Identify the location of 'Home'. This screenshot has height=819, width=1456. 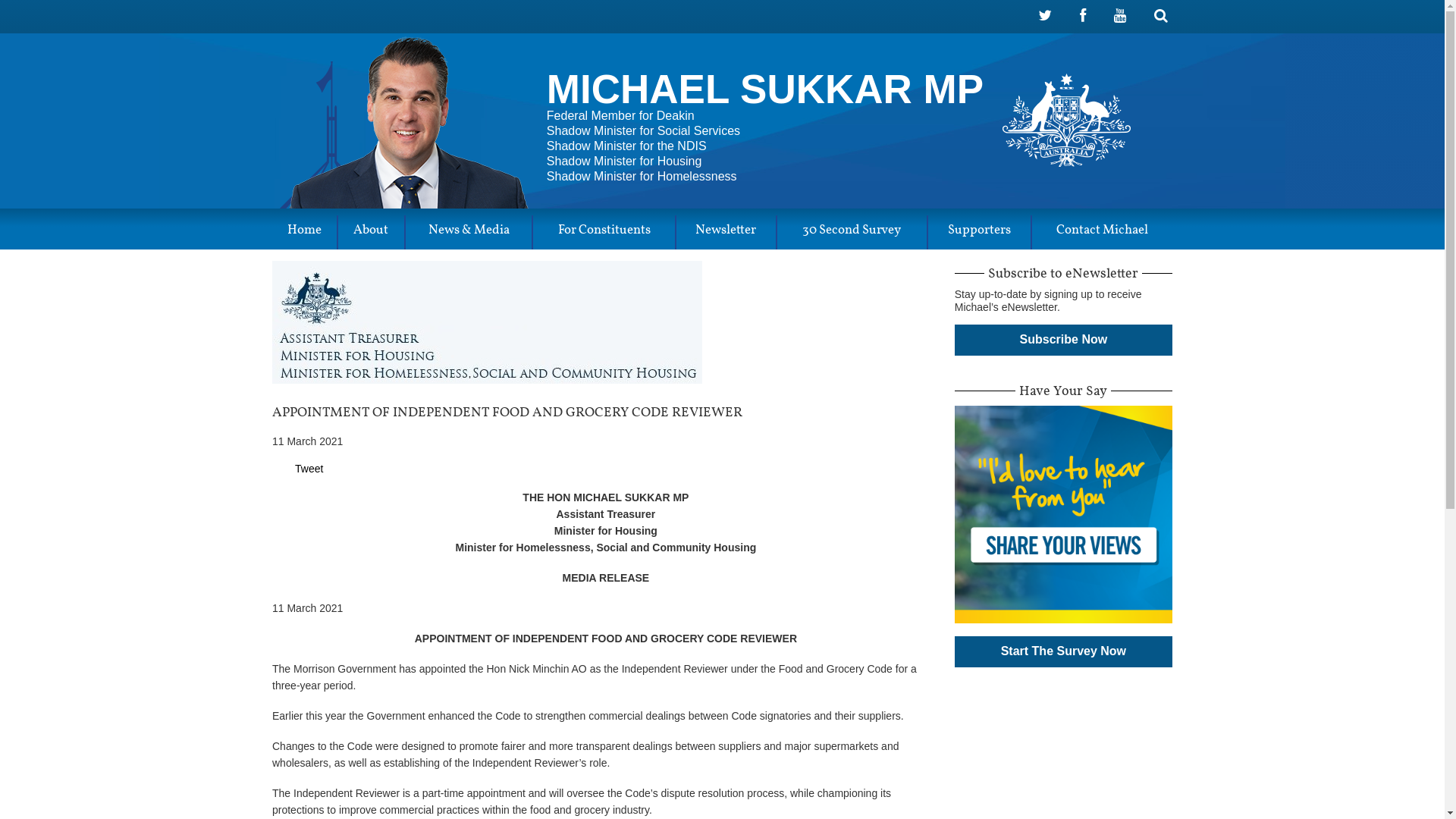
(303, 232).